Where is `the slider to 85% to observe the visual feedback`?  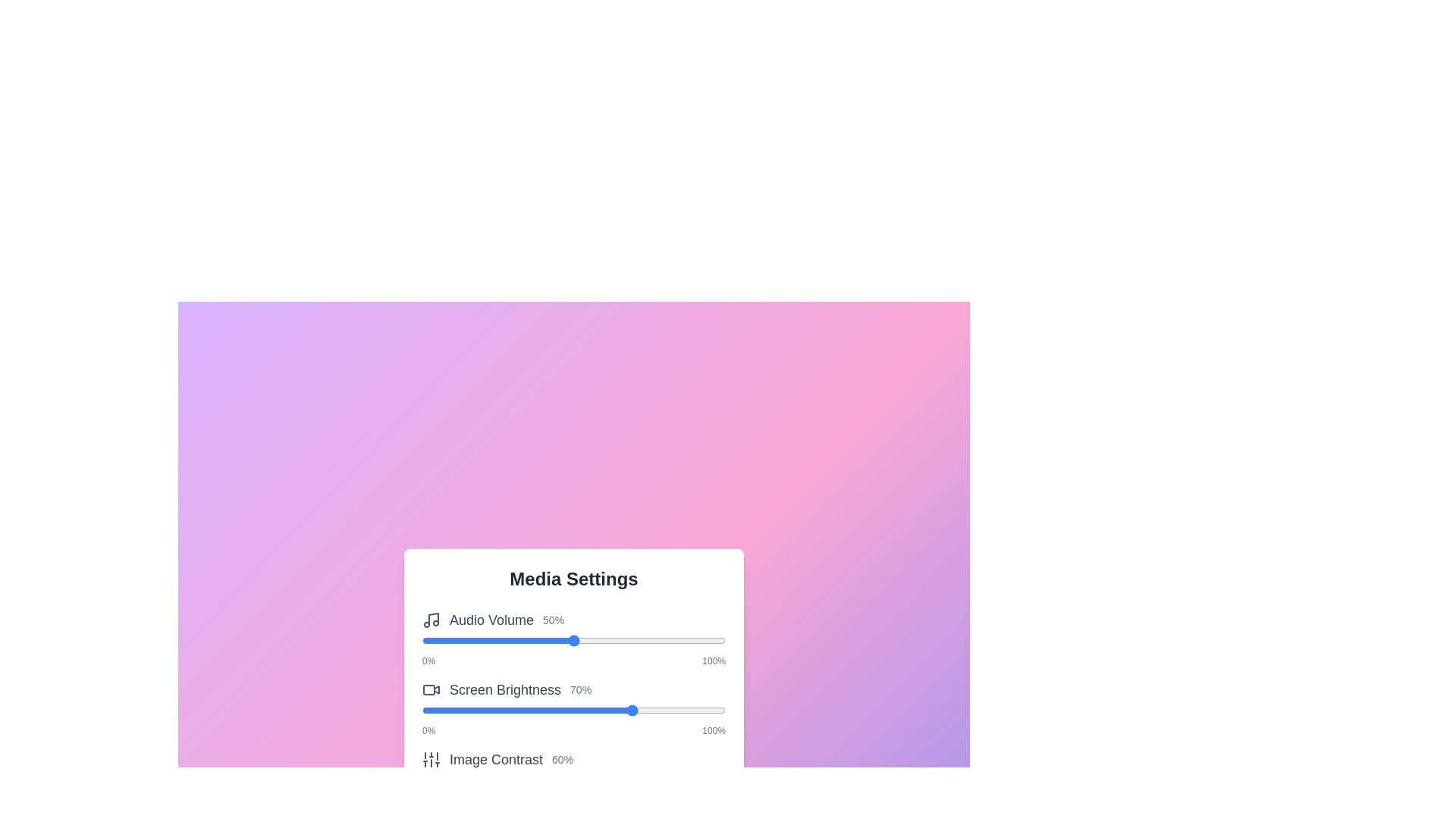 the slider to 85% to observe the visual feedback is located at coordinates (679, 640).